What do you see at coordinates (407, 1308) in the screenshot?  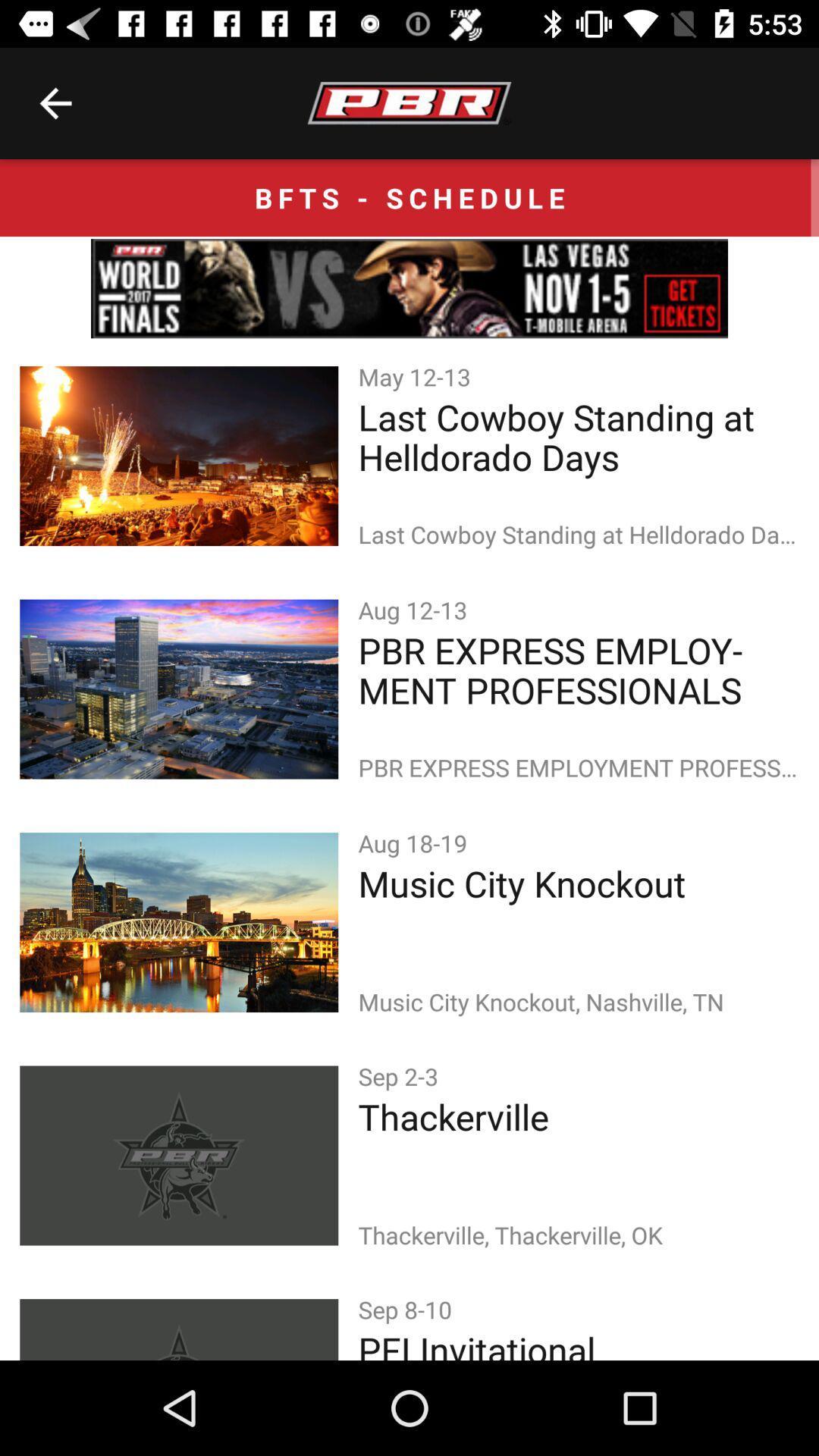 I see `sep 8-10 icon` at bounding box center [407, 1308].